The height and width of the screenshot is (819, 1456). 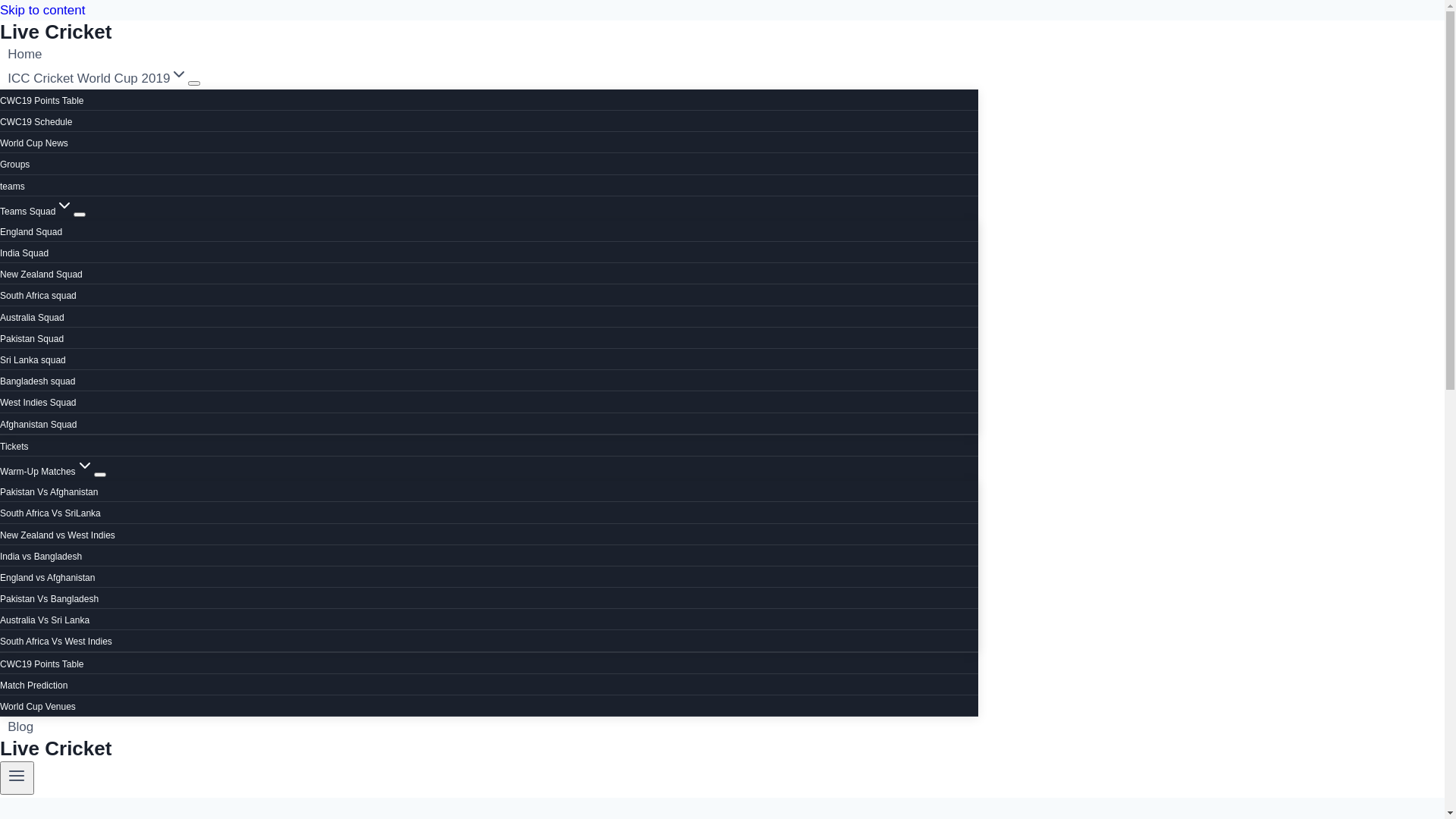 What do you see at coordinates (33, 685) in the screenshot?
I see `'Match Prediction'` at bounding box center [33, 685].